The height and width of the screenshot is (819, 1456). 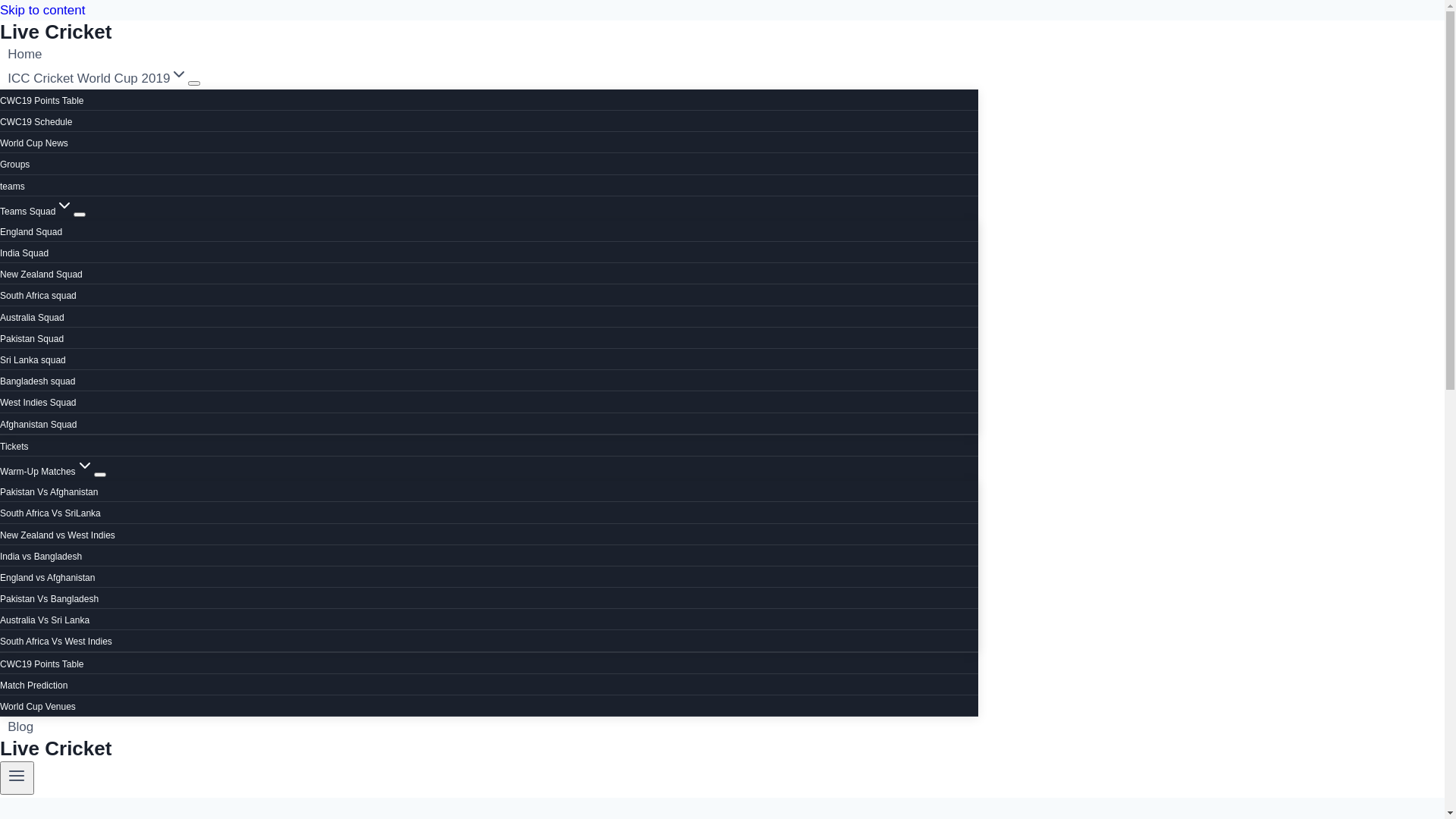 What do you see at coordinates (33, 685) in the screenshot?
I see `'Match Prediction'` at bounding box center [33, 685].